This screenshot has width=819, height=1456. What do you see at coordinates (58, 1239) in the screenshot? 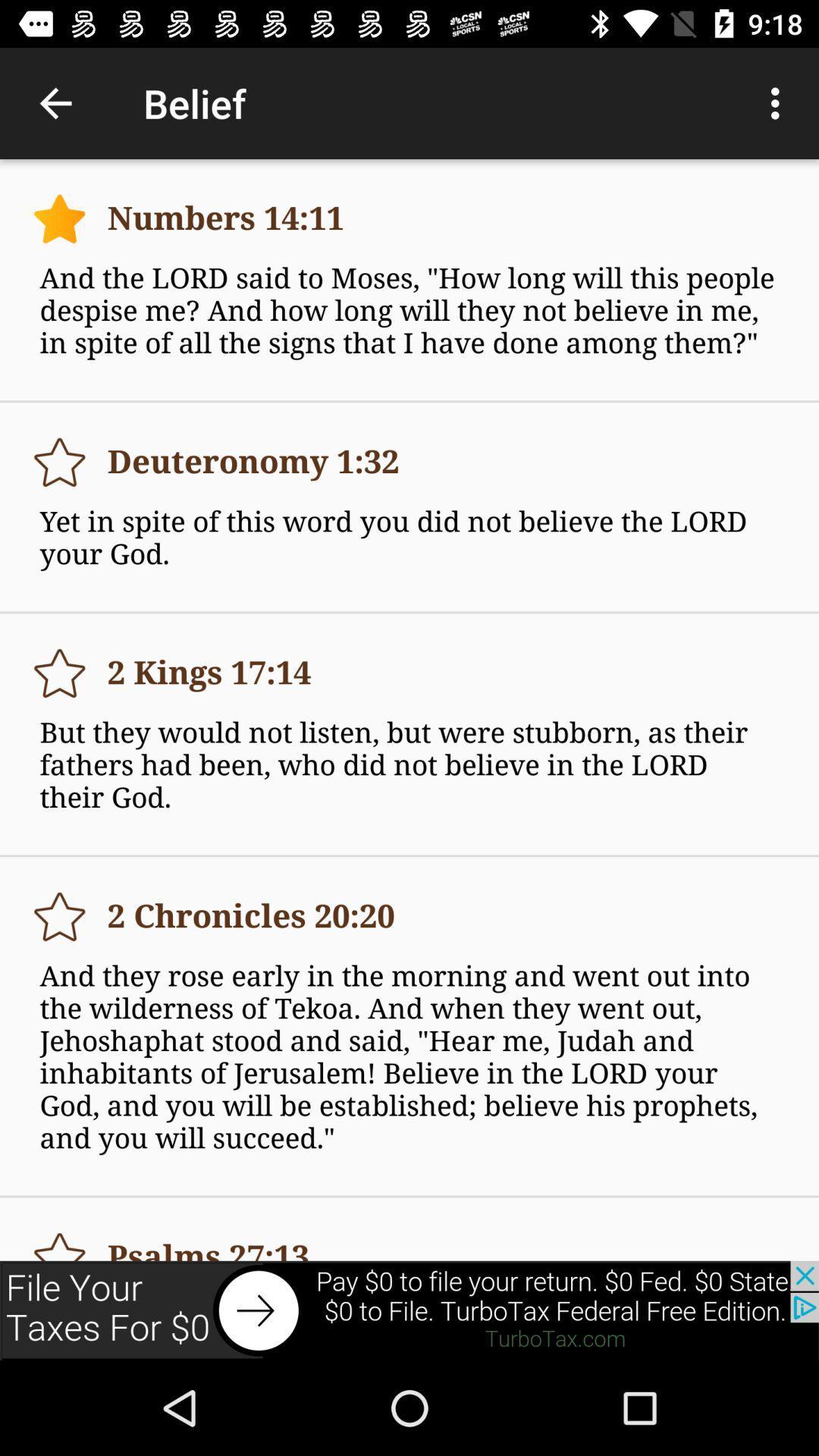
I see `file` at bounding box center [58, 1239].